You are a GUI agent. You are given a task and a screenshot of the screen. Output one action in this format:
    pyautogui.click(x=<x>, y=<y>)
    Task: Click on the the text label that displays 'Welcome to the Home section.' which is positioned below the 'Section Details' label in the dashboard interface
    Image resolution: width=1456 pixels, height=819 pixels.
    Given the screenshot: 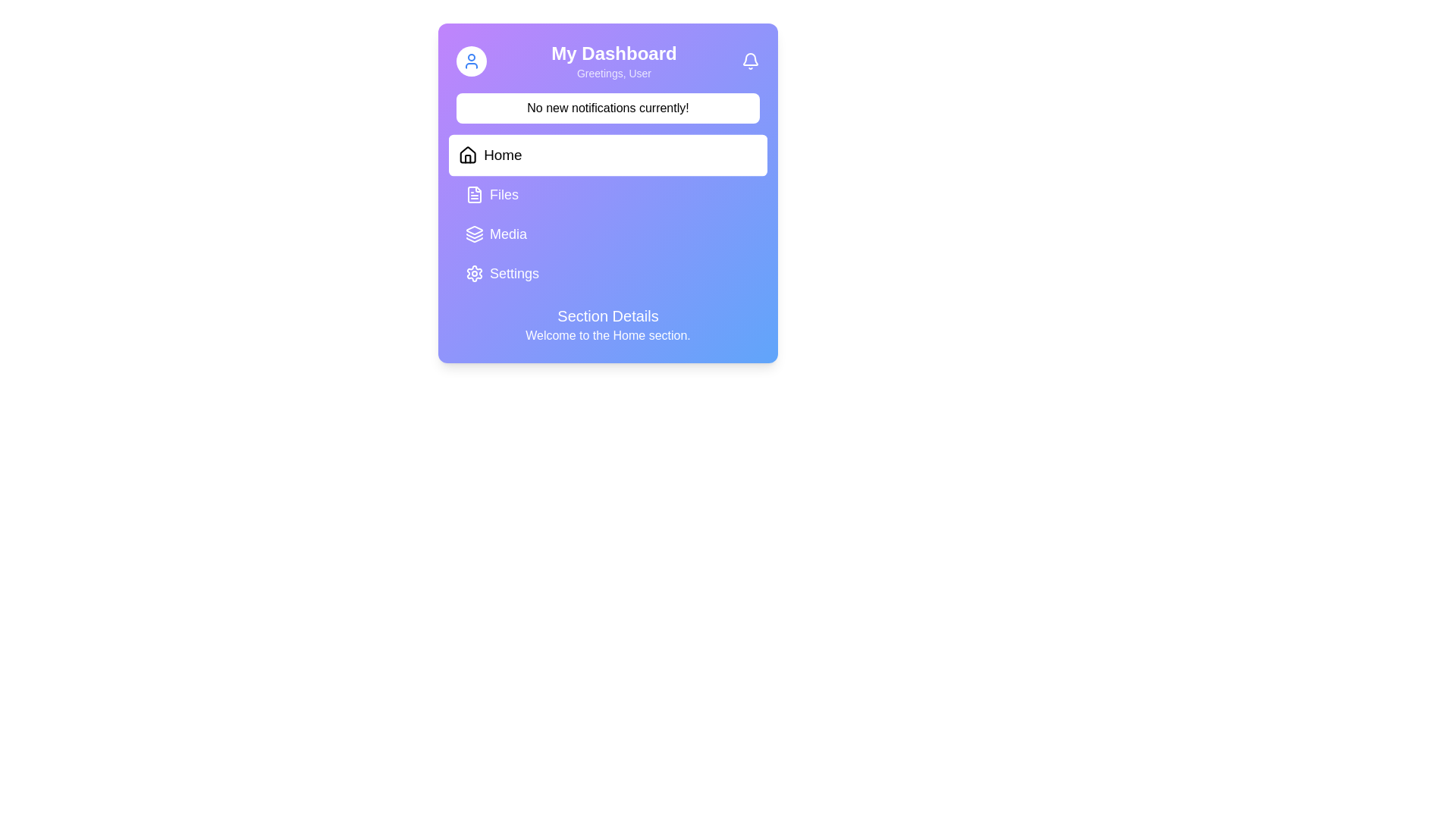 What is the action you would take?
    pyautogui.click(x=607, y=335)
    